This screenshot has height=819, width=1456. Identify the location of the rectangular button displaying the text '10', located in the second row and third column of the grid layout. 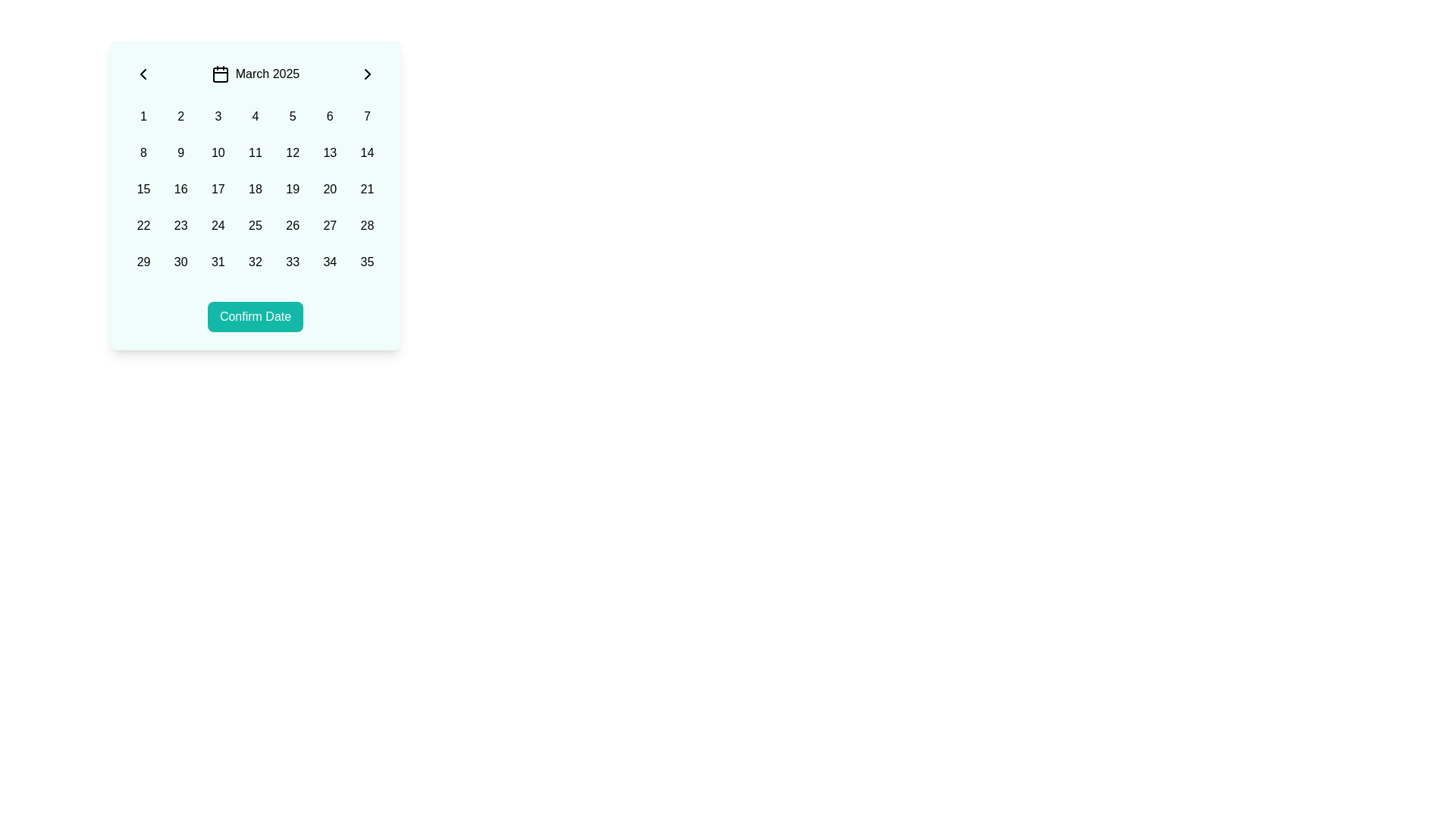
(217, 152).